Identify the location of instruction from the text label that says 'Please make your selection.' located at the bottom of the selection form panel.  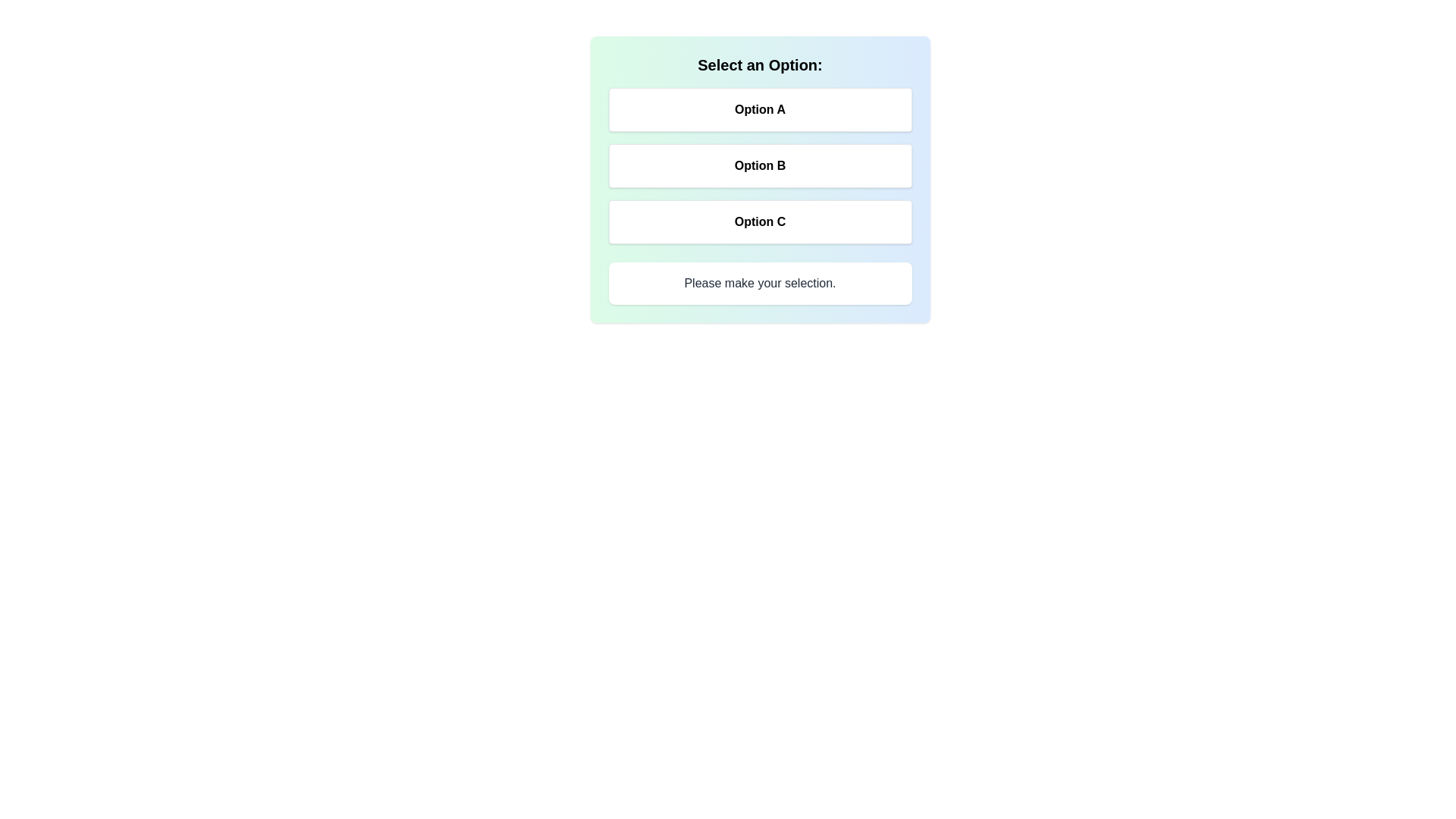
(760, 284).